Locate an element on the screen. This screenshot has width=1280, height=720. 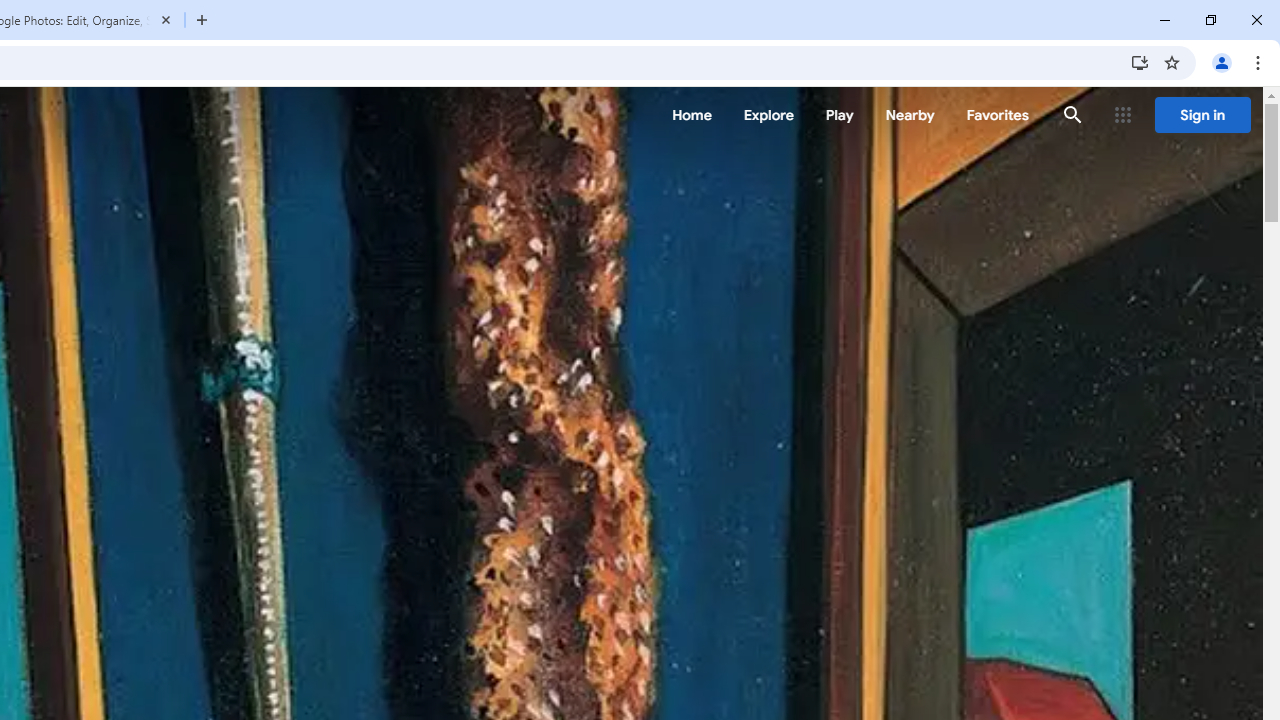
'Chrome' is located at coordinates (1259, 61).